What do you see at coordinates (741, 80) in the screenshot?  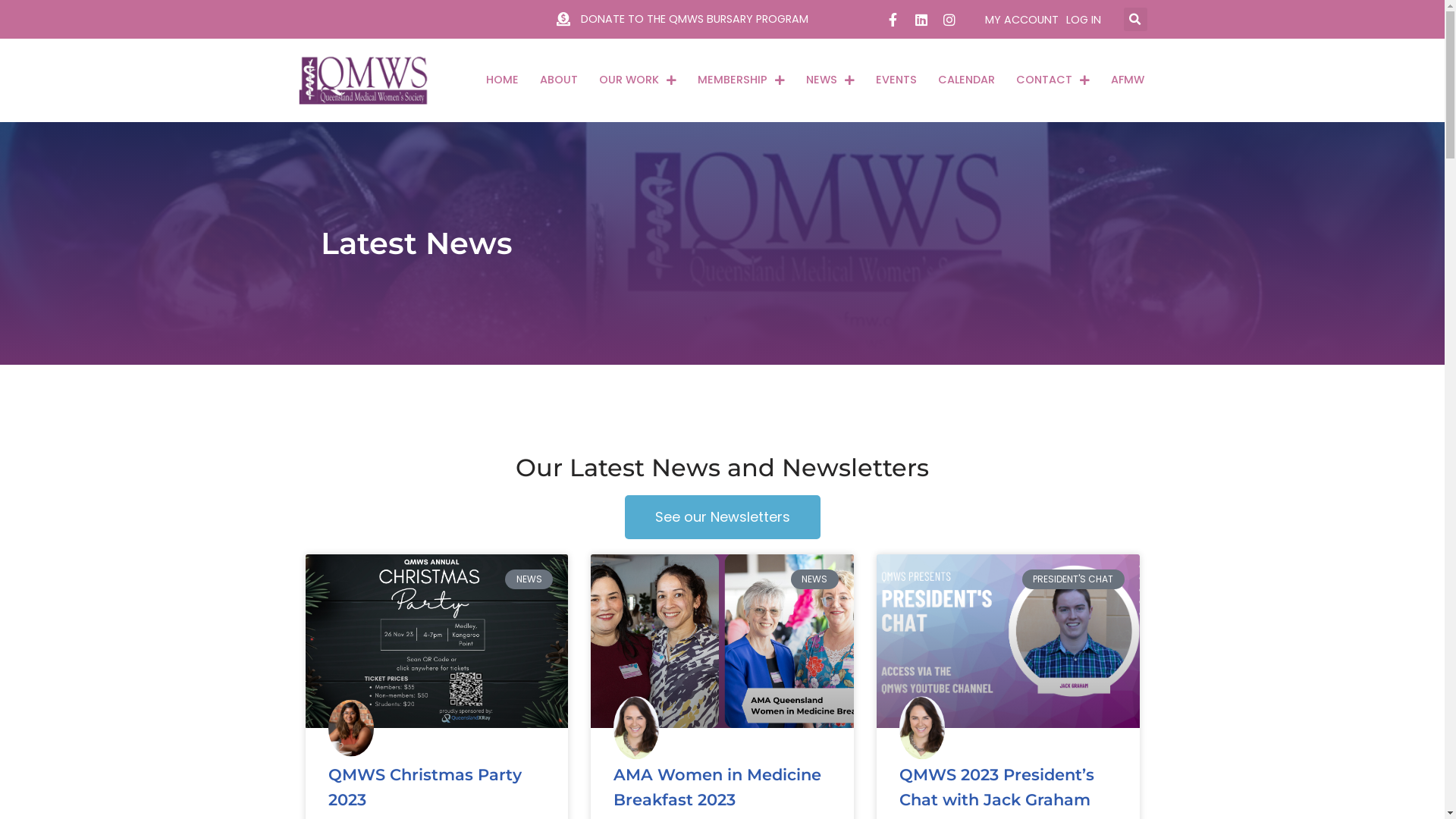 I see `'MEMBERSHIP'` at bounding box center [741, 80].